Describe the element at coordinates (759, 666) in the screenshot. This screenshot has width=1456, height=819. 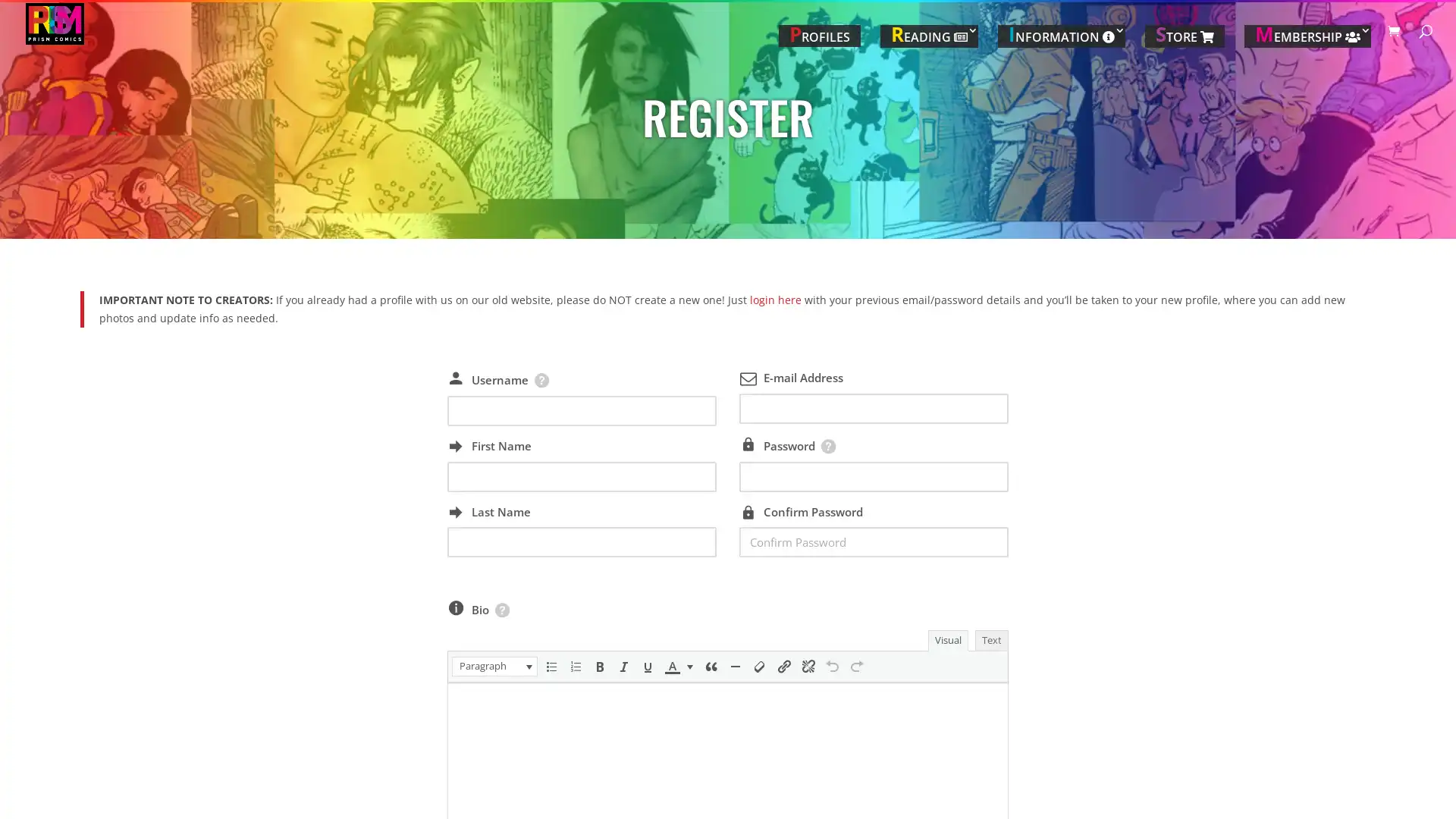
I see `Clear formatting` at that location.